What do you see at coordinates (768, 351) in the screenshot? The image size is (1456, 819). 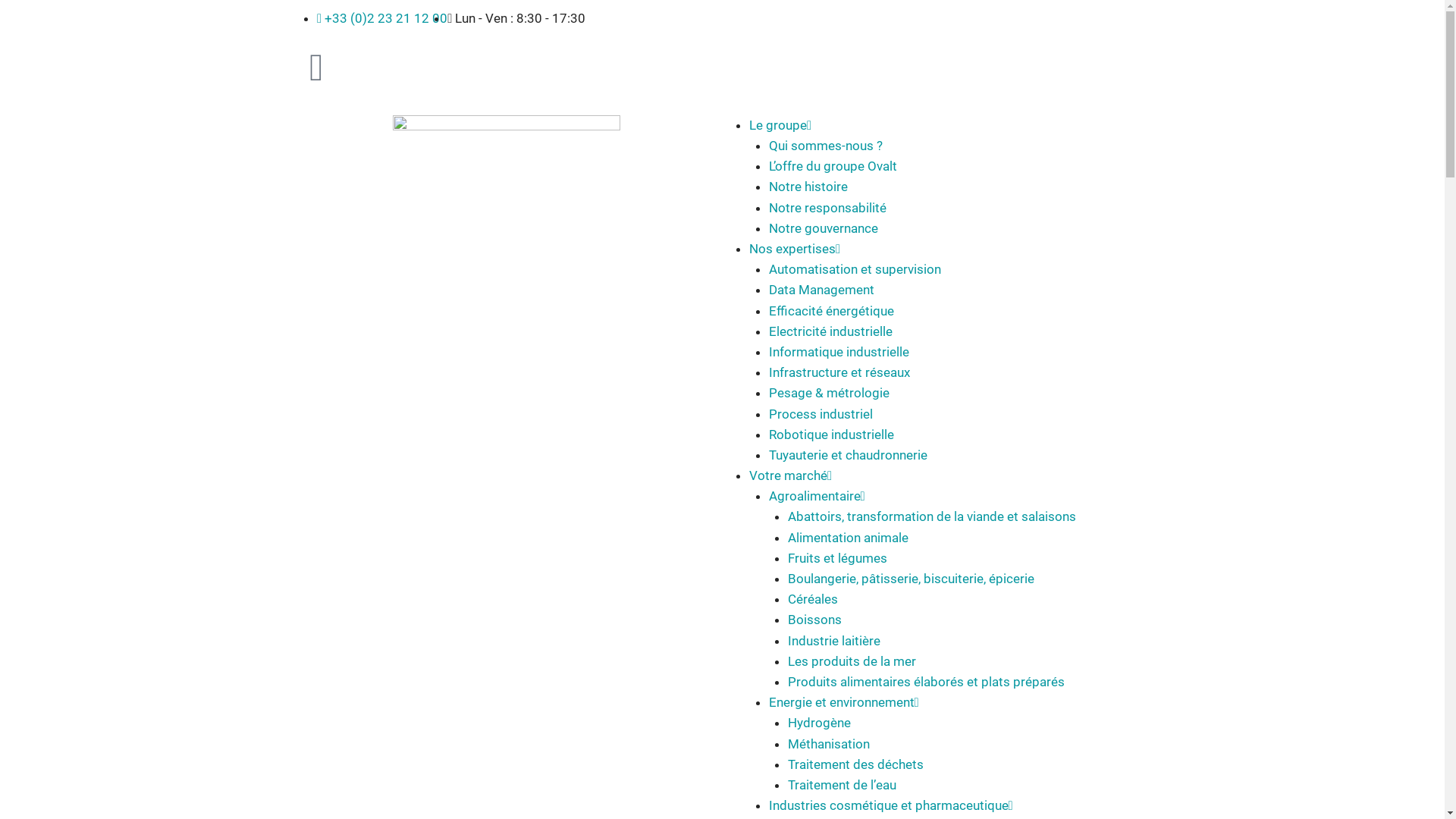 I see `'Informatique industrielle'` at bounding box center [768, 351].